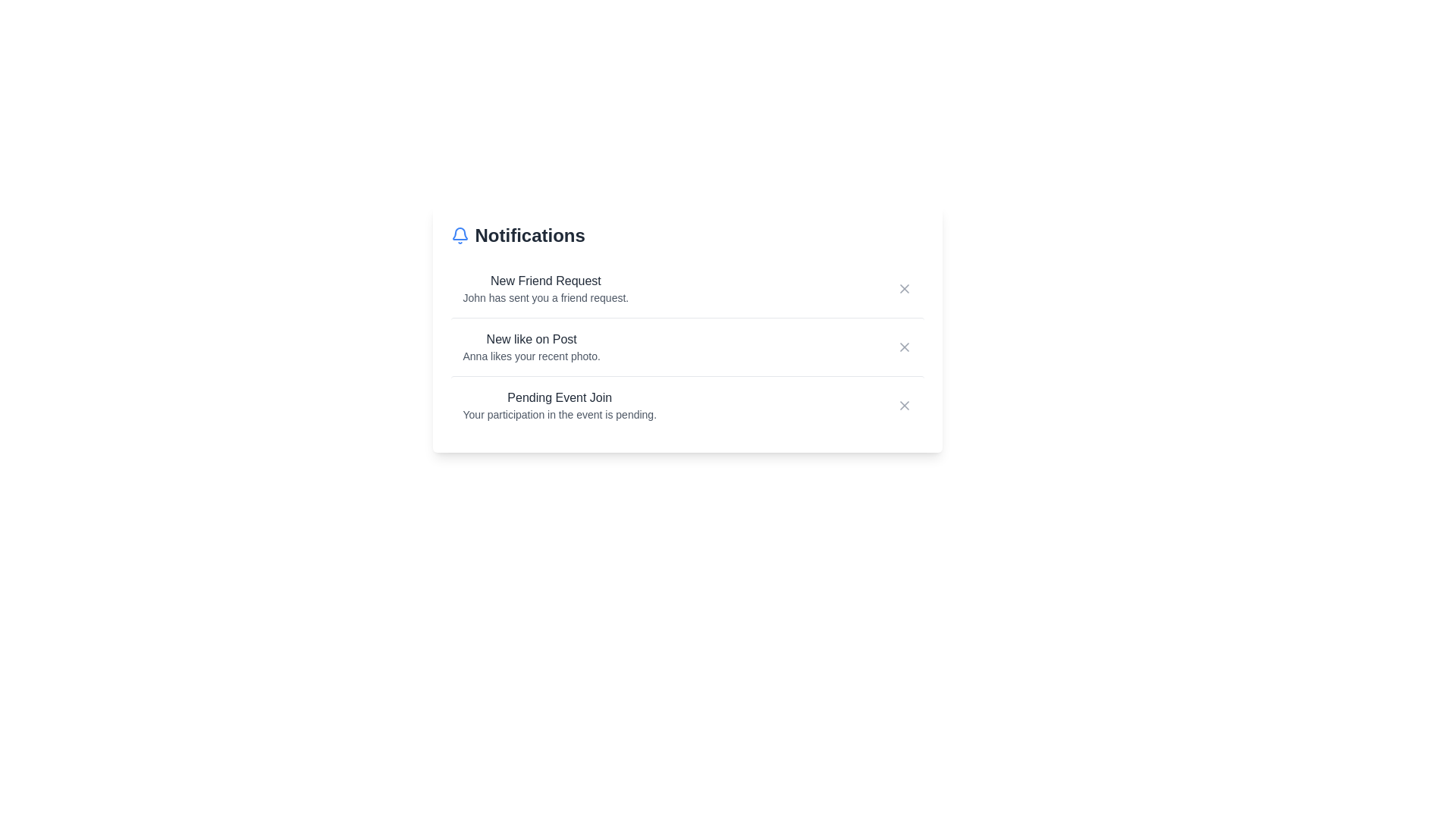 The height and width of the screenshot is (819, 1456). I want to click on the notification container for New like on Post, so click(686, 347).